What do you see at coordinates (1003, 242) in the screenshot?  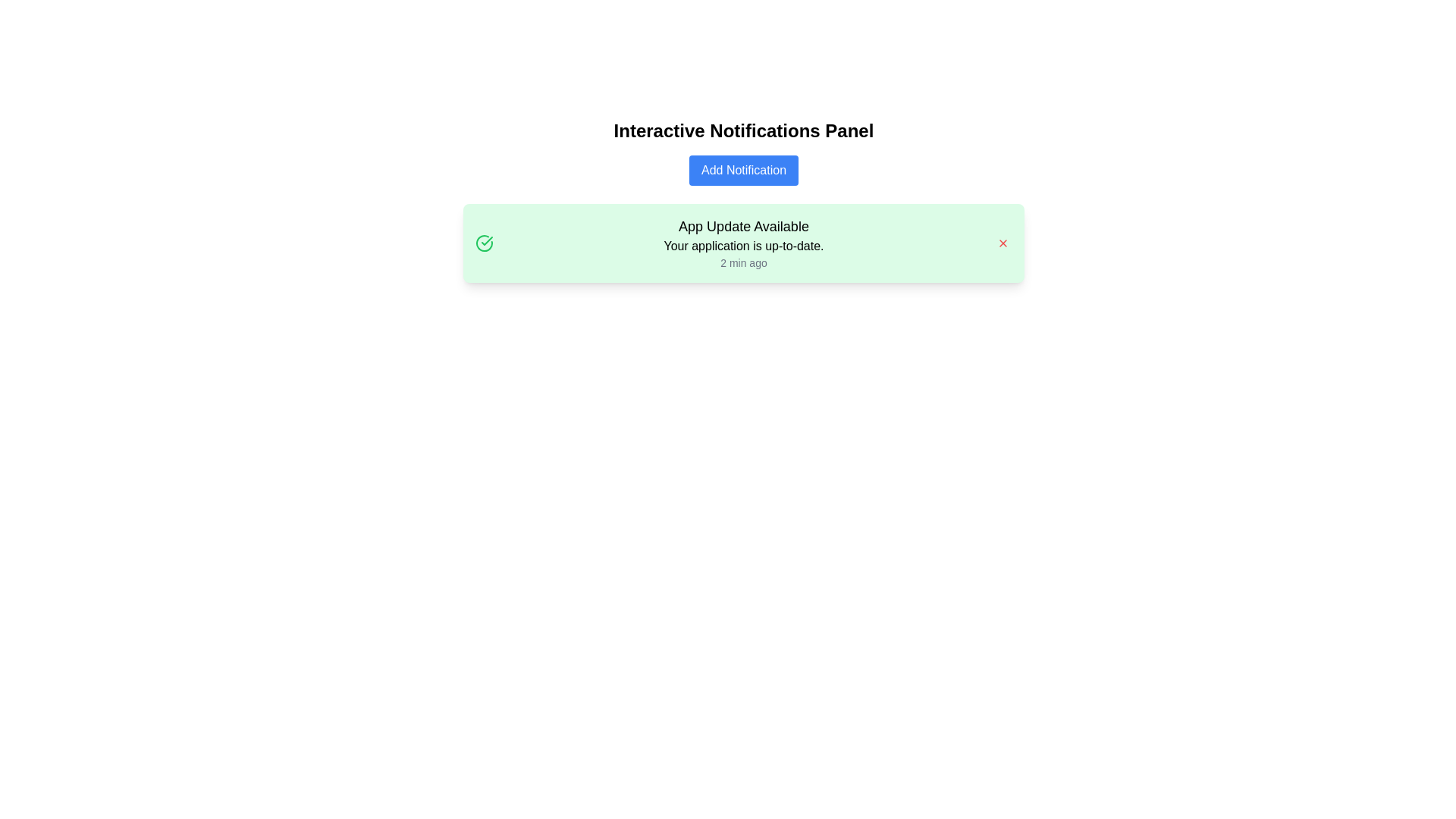 I see `the Close Button icon` at bounding box center [1003, 242].